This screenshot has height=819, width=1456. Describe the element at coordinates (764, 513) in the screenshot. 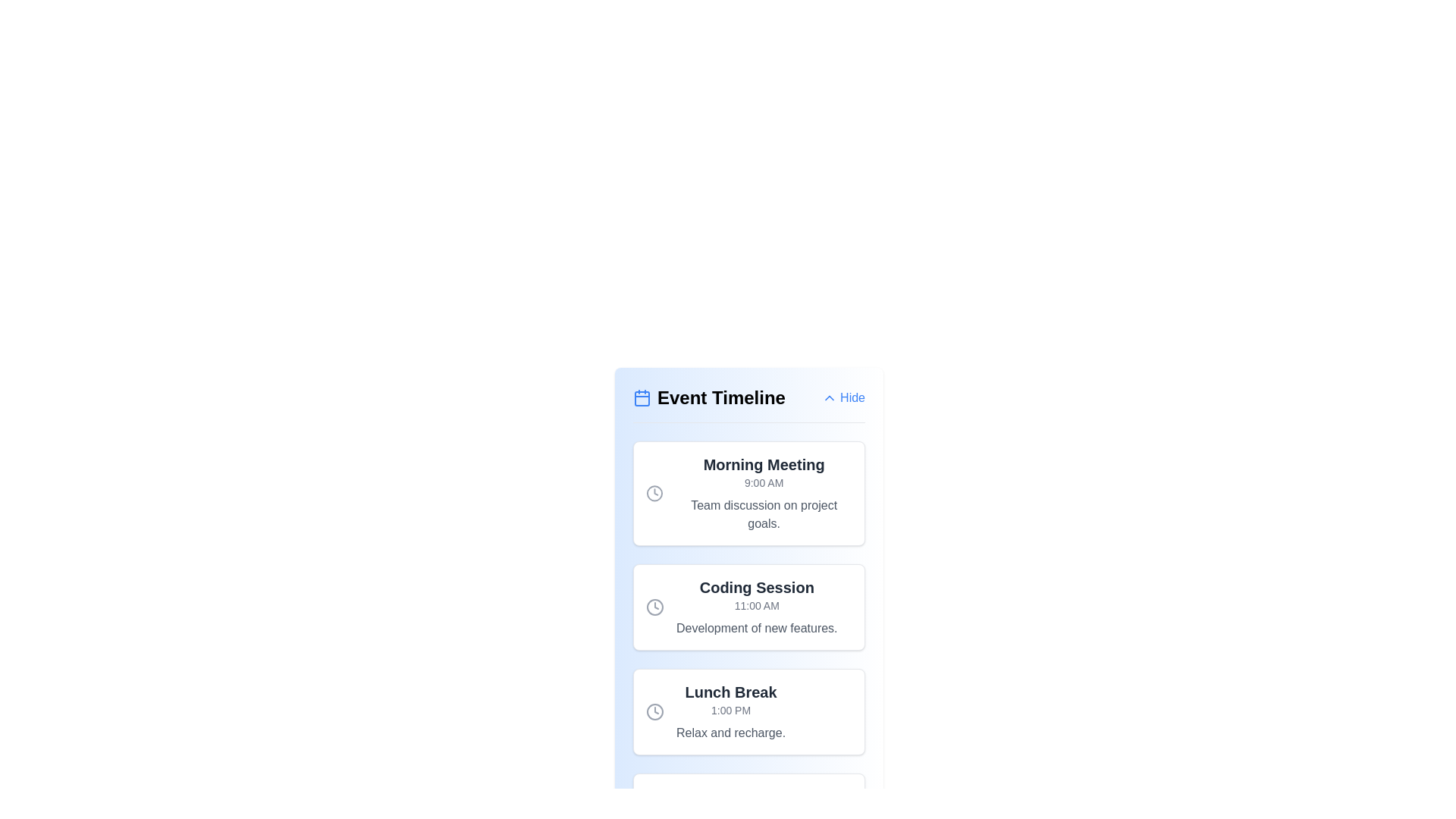

I see `descriptive text element that says 'Team discussion on project goals.' which is styled in gray and located beneath the 'Morning Meeting' heading and '9:00 AM' timestamp` at that location.